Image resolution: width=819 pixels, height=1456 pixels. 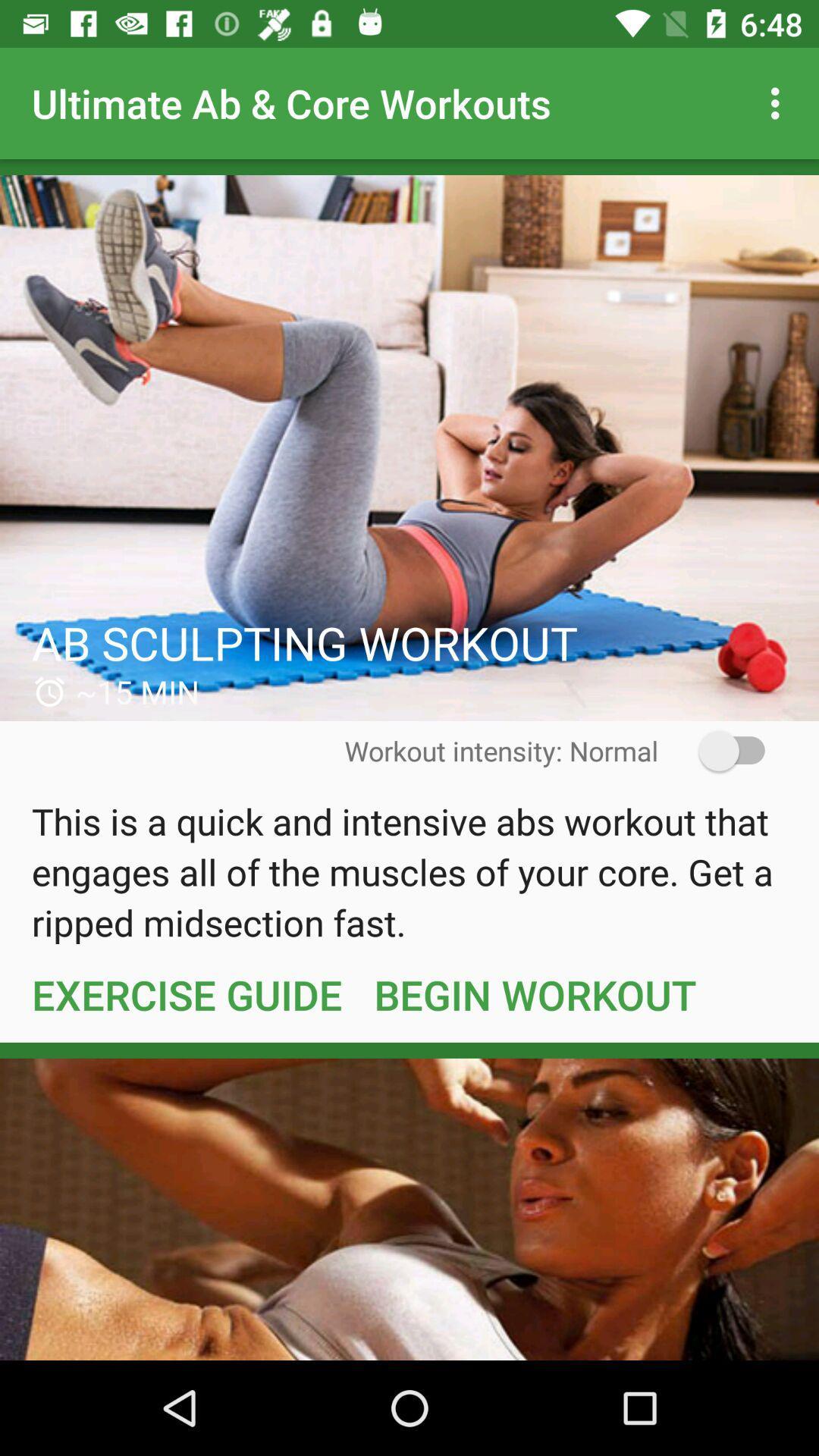 What do you see at coordinates (535, 994) in the screenshot?
I see `item next to exercise guide` at bounding box center [535, 994].